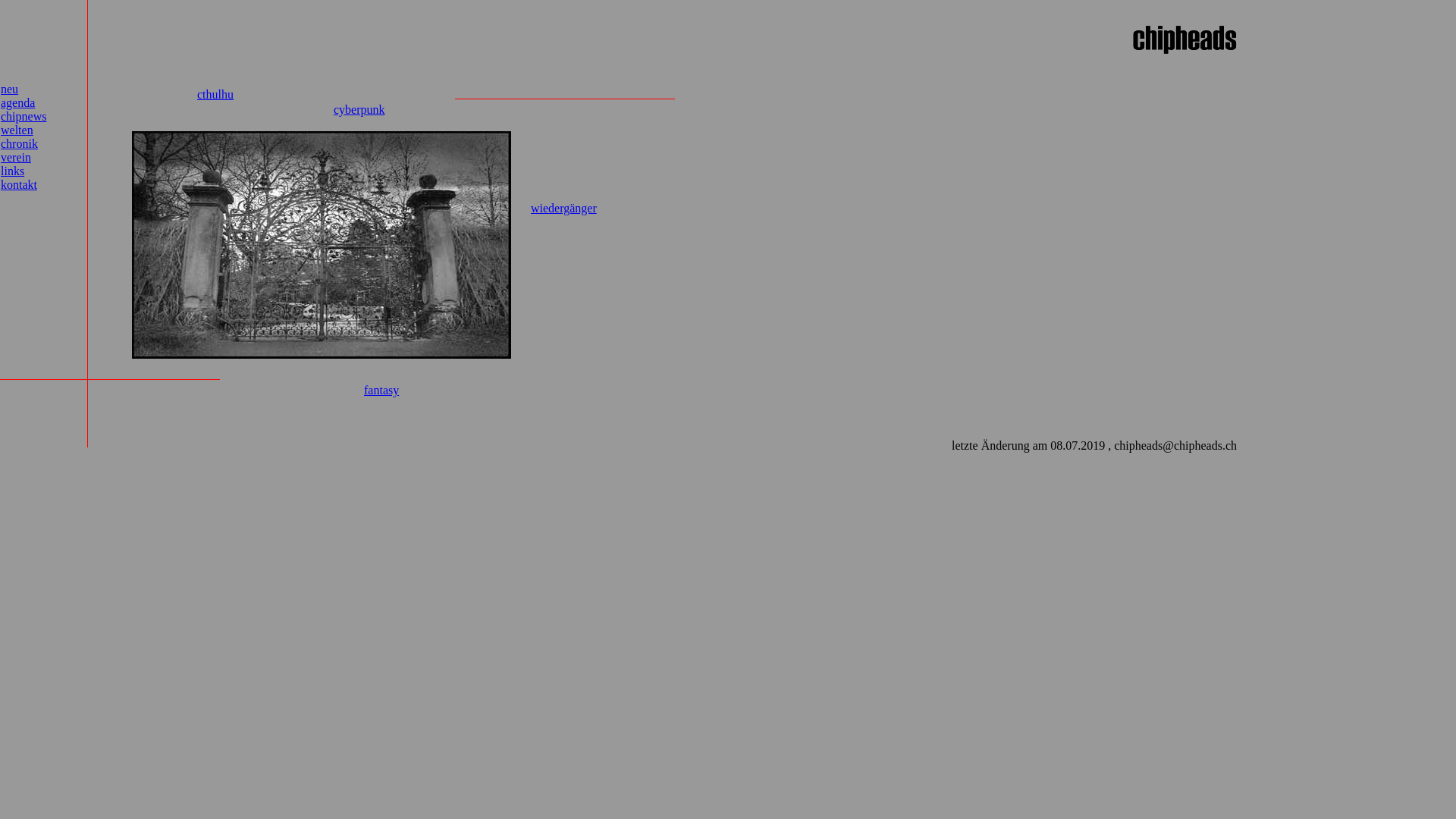  Describe the element at coordinates (0, 89) in the screenshot. I see `'neu'` at that location.